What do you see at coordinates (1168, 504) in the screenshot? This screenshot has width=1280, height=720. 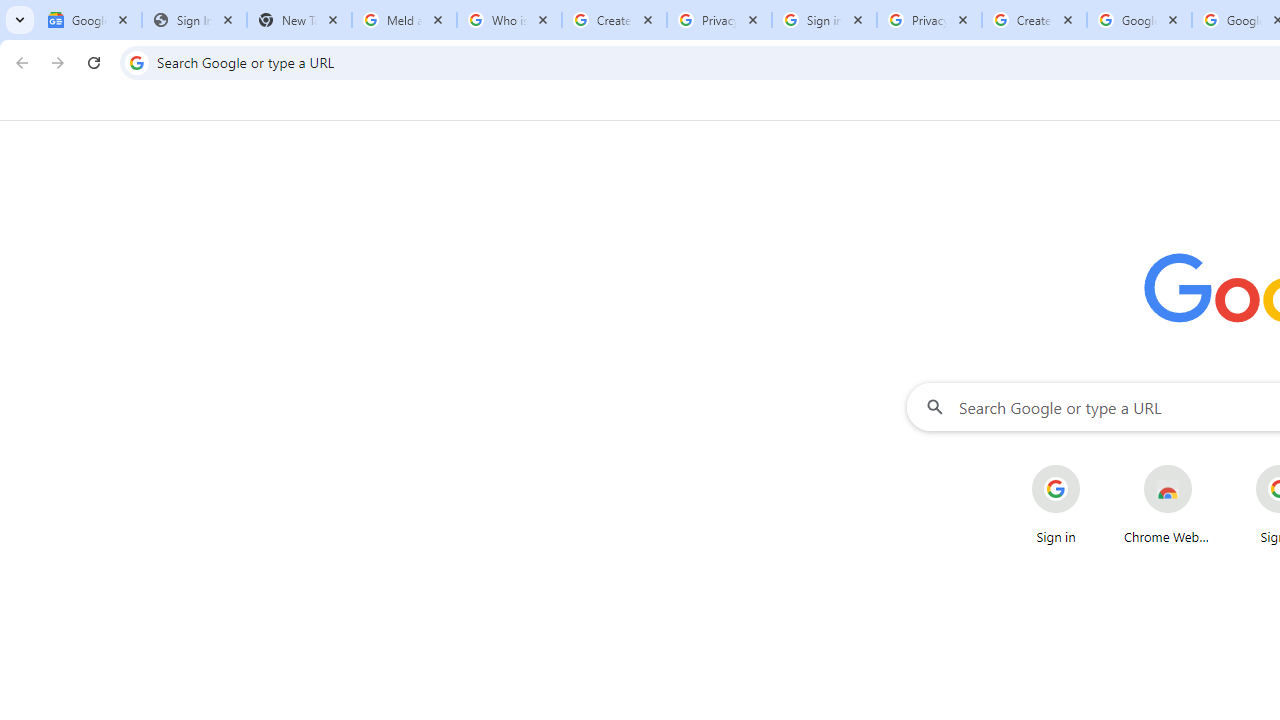 I see `'Chrome Web Store'` at bounding box center [1168, 504].